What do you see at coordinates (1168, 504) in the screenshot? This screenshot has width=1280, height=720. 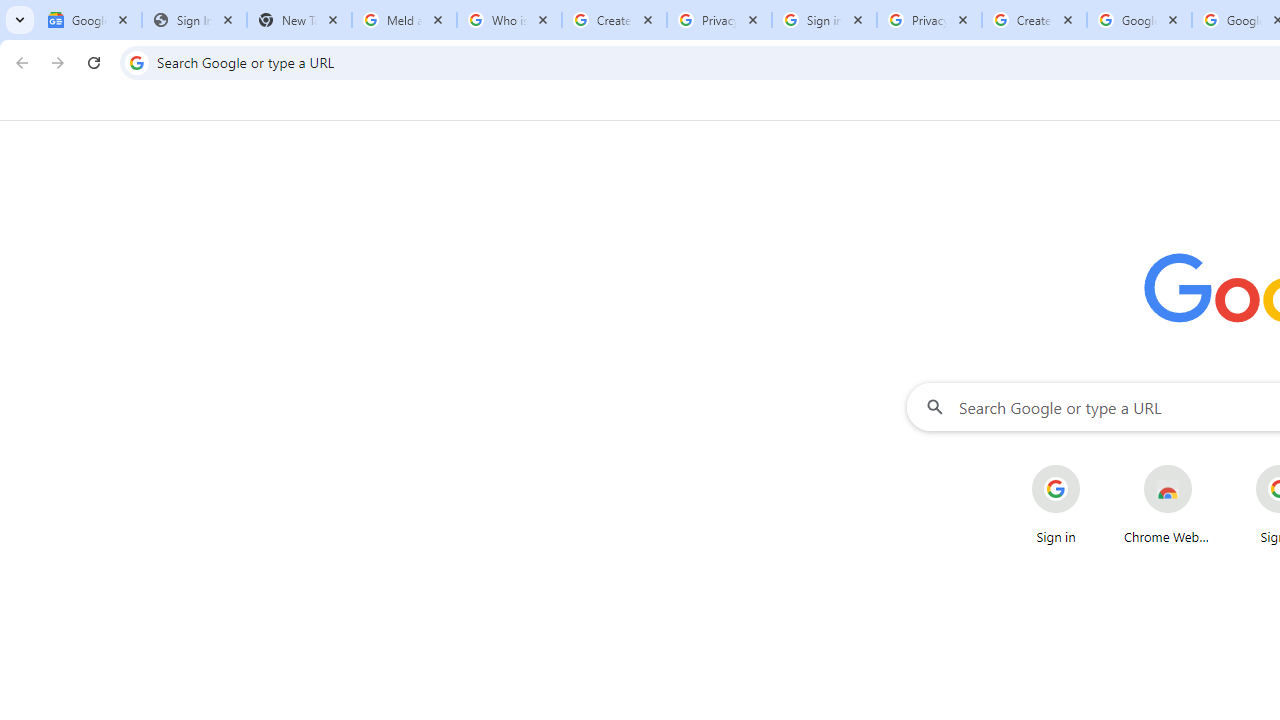 I see `'Chrome Web Store'` at bounding box center [1168, 504].